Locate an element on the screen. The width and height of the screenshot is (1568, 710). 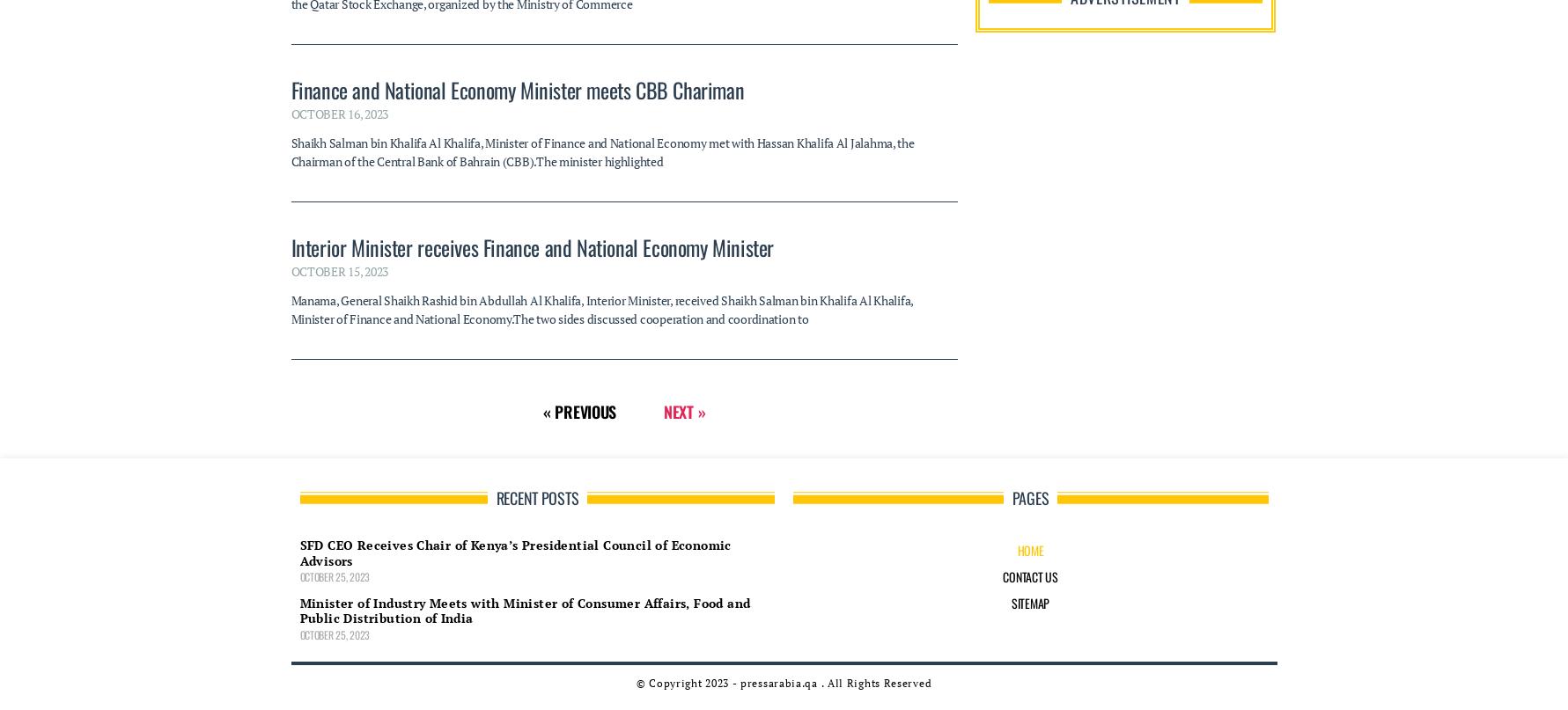
'Recent Posts' is located at coordinates (535, 155).